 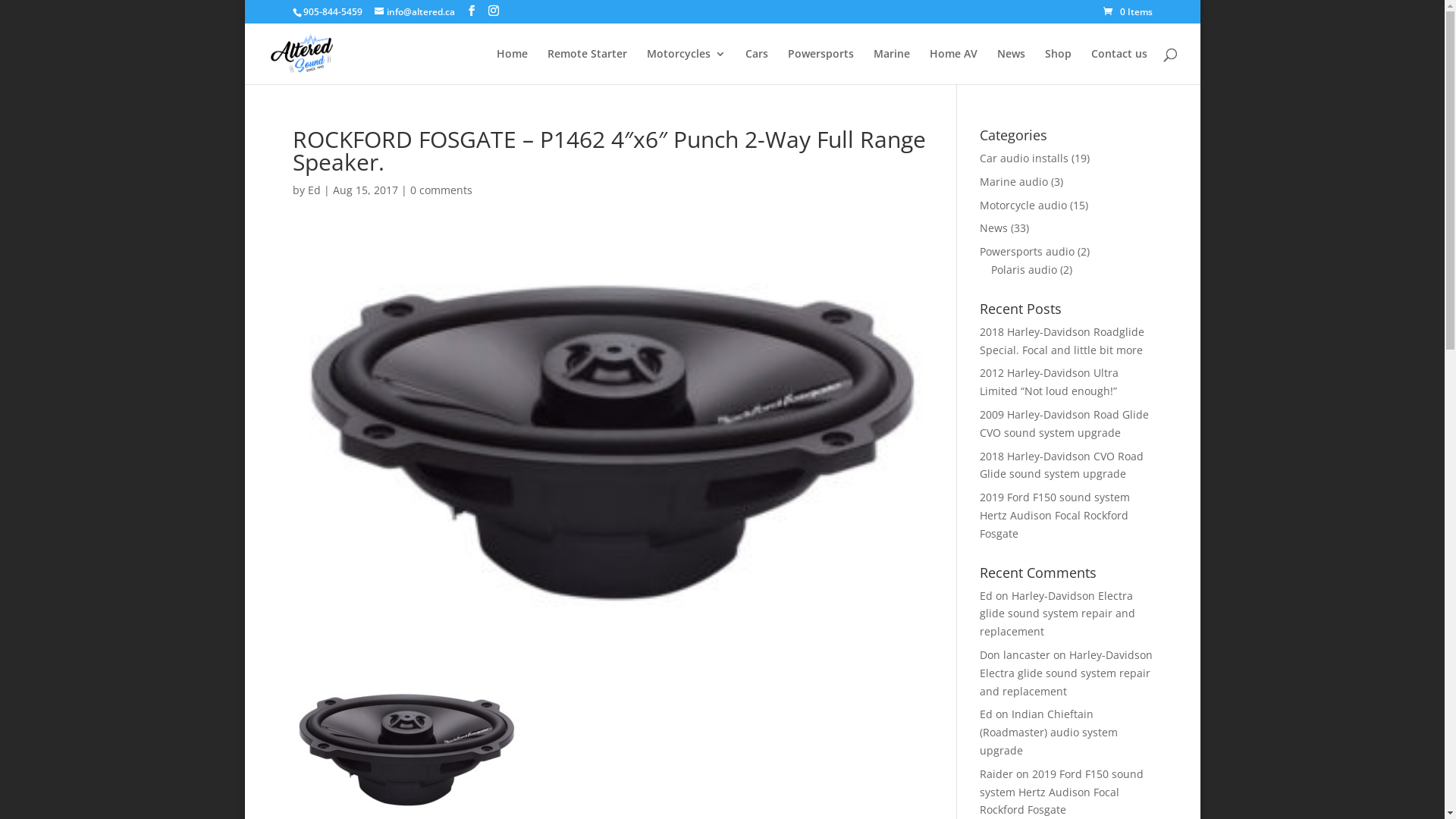 What do you see at coordinates (1047, 731) in the screenshot?
I see `'Indian Chieftain (Roadmaster) audio system upgrade'` at bounding box center [1047, 731].